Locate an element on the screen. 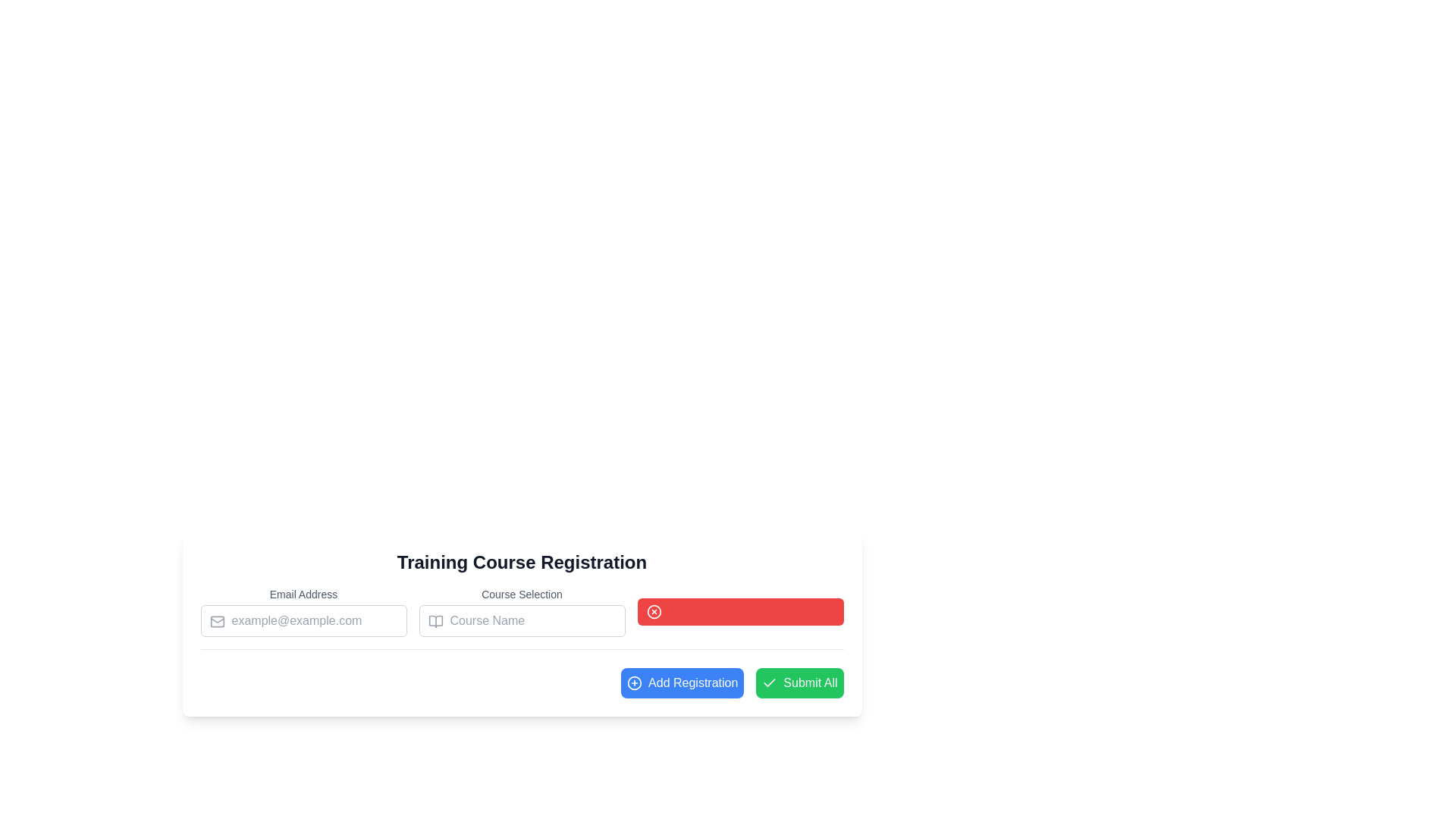 The height and width of the screenshot is (819, 1456). the icon located inside the right-most red button of the 'Training Course Registration' form is located at coordinates (654, 610).